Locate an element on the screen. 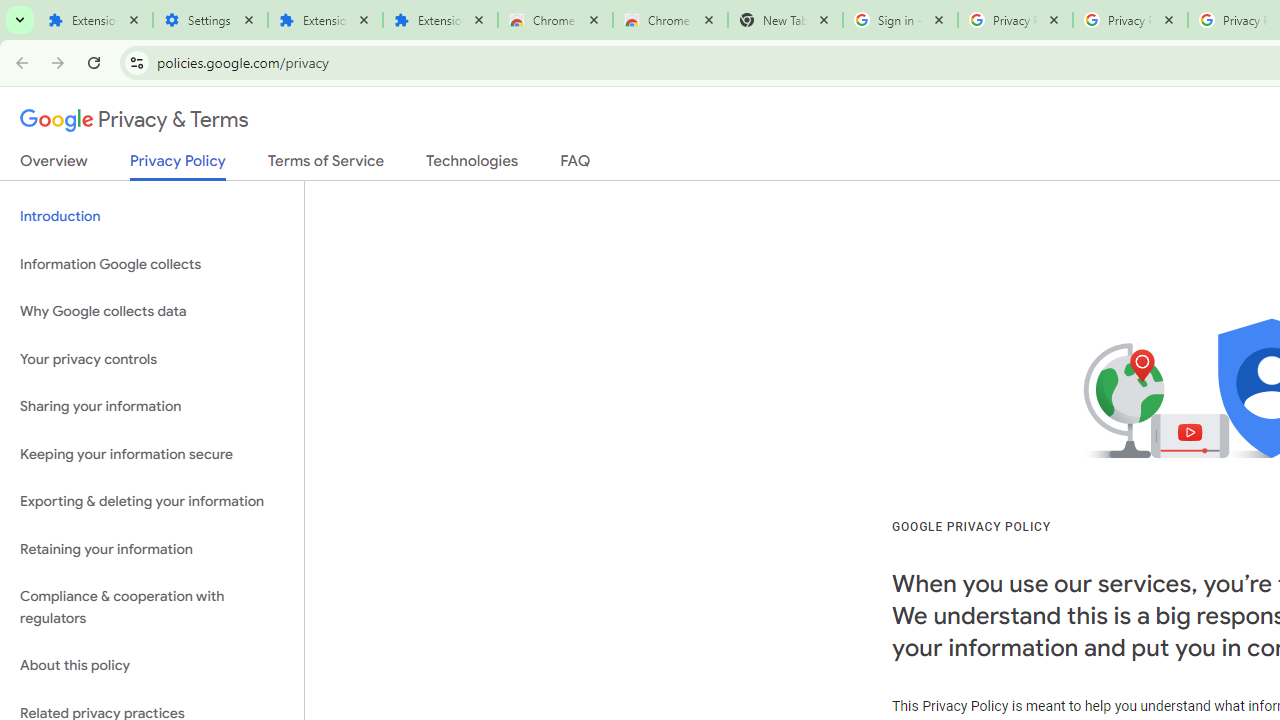  'Settings' is located at coordinates (209, 20).